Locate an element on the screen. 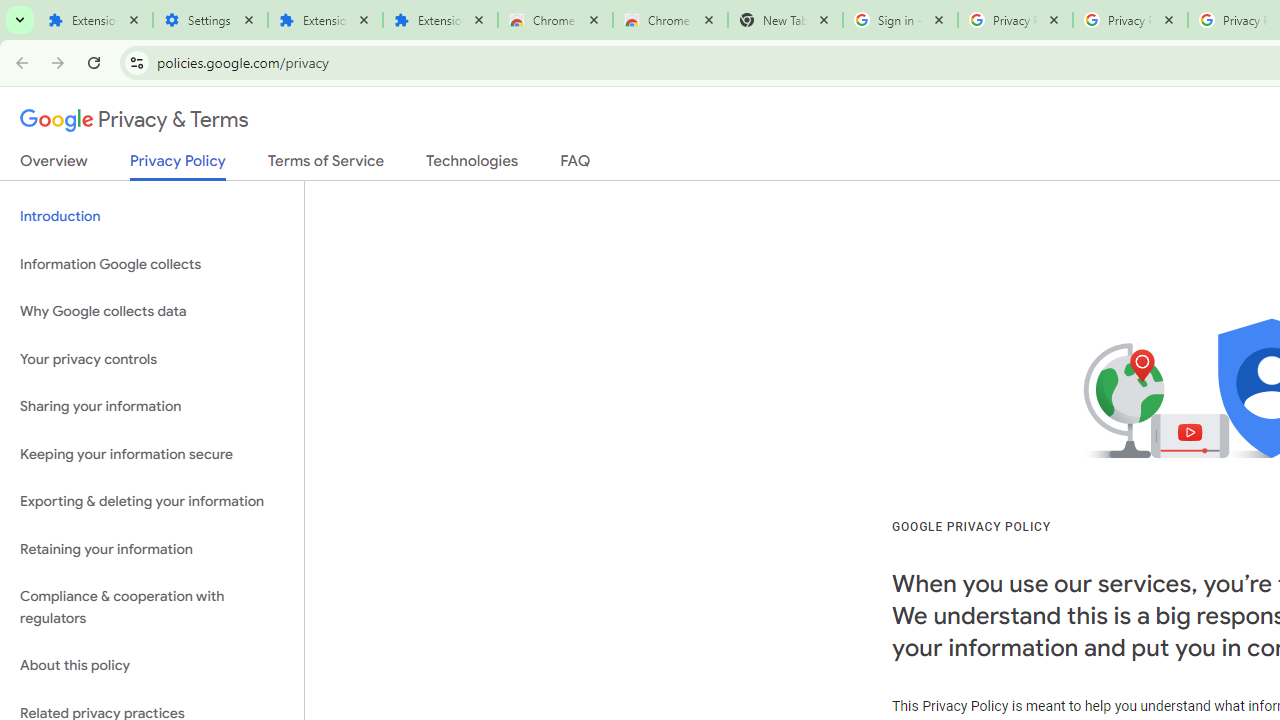  'Settings' is located at coordinates (209, 20).